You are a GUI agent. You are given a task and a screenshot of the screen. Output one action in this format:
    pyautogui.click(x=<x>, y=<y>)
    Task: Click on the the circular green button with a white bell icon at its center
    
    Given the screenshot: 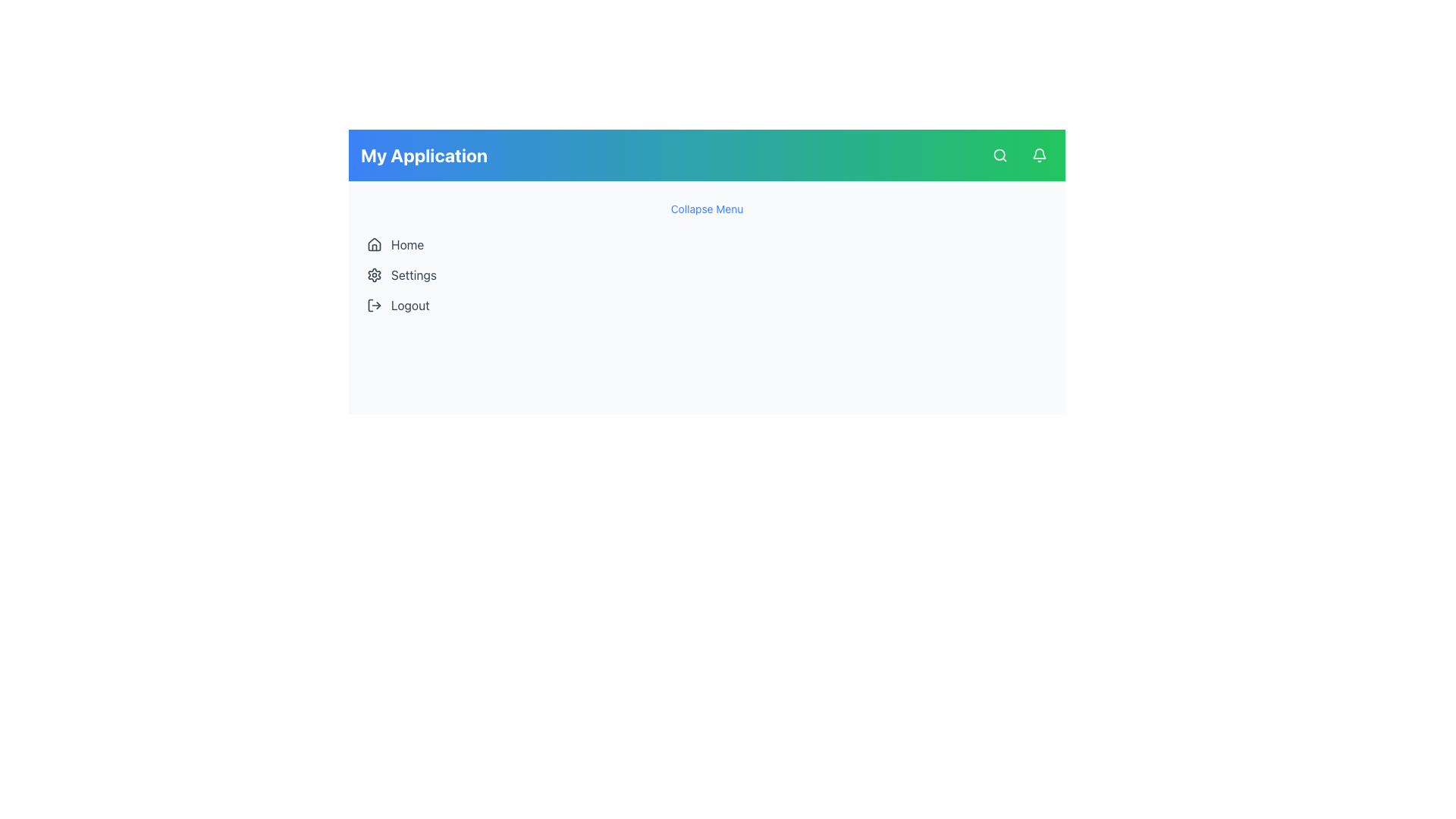 What is the action you would take?
    pyautogui.click(x=1039, y=155)
    